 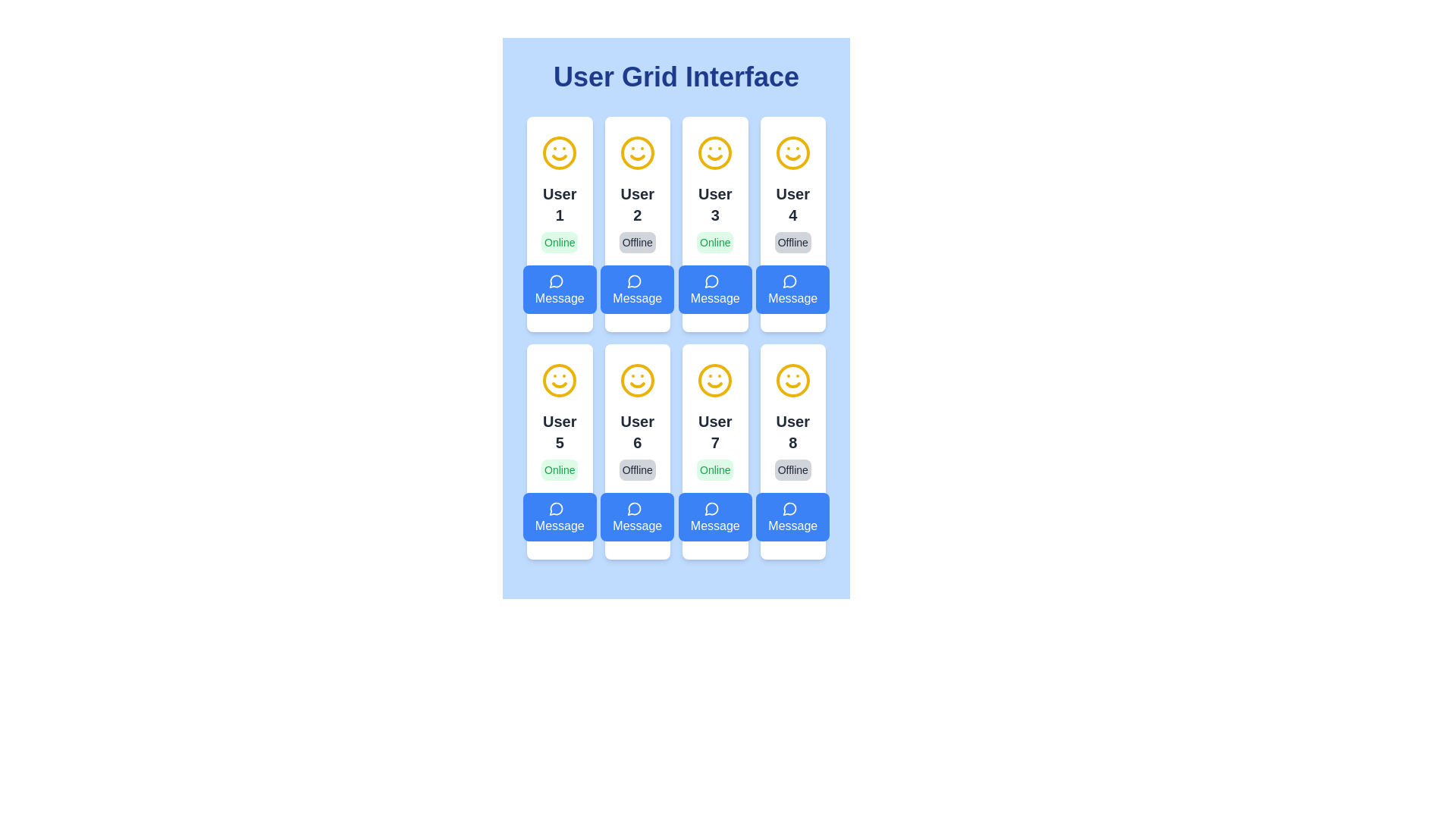 What do you see at coordinates (711, 281) in the screenshot?
I see `the speech bubble icon within the 'Message' button associated with 'User 3' in the user card grid` at bounding box center [711, 281].